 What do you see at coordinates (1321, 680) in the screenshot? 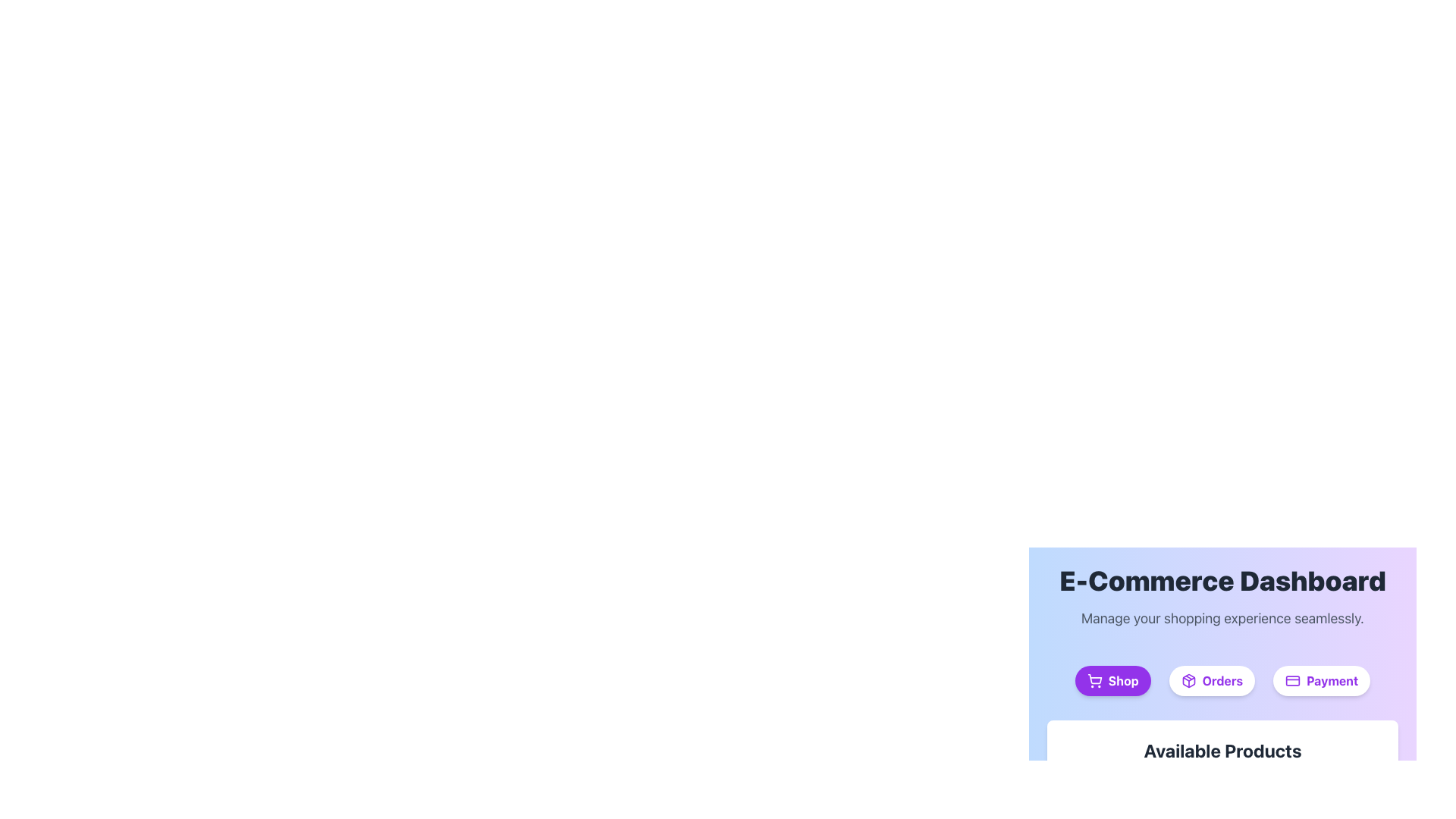
I see `the third button in the horizontal row located below the 'E-Commerce Dashboard' heading` at bounding box center [1321, 680].